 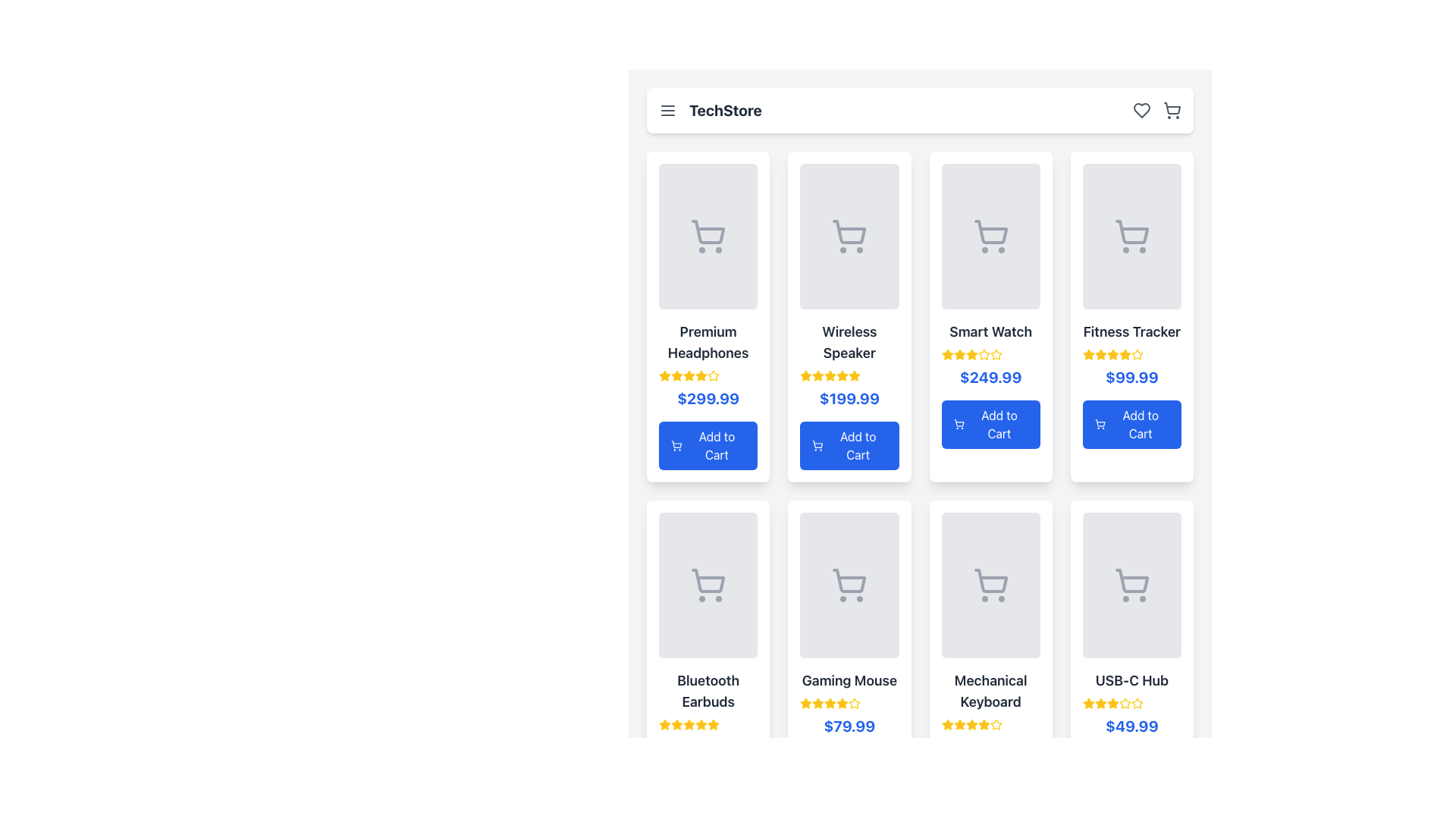 What do you see at coordinates (990, 691) in the screenshot?
I see `the product title text located in the fourth column of the second row of the product card, which is positioned below the image placeholder and above the product price and rating area` at bounding box center [990, 691].